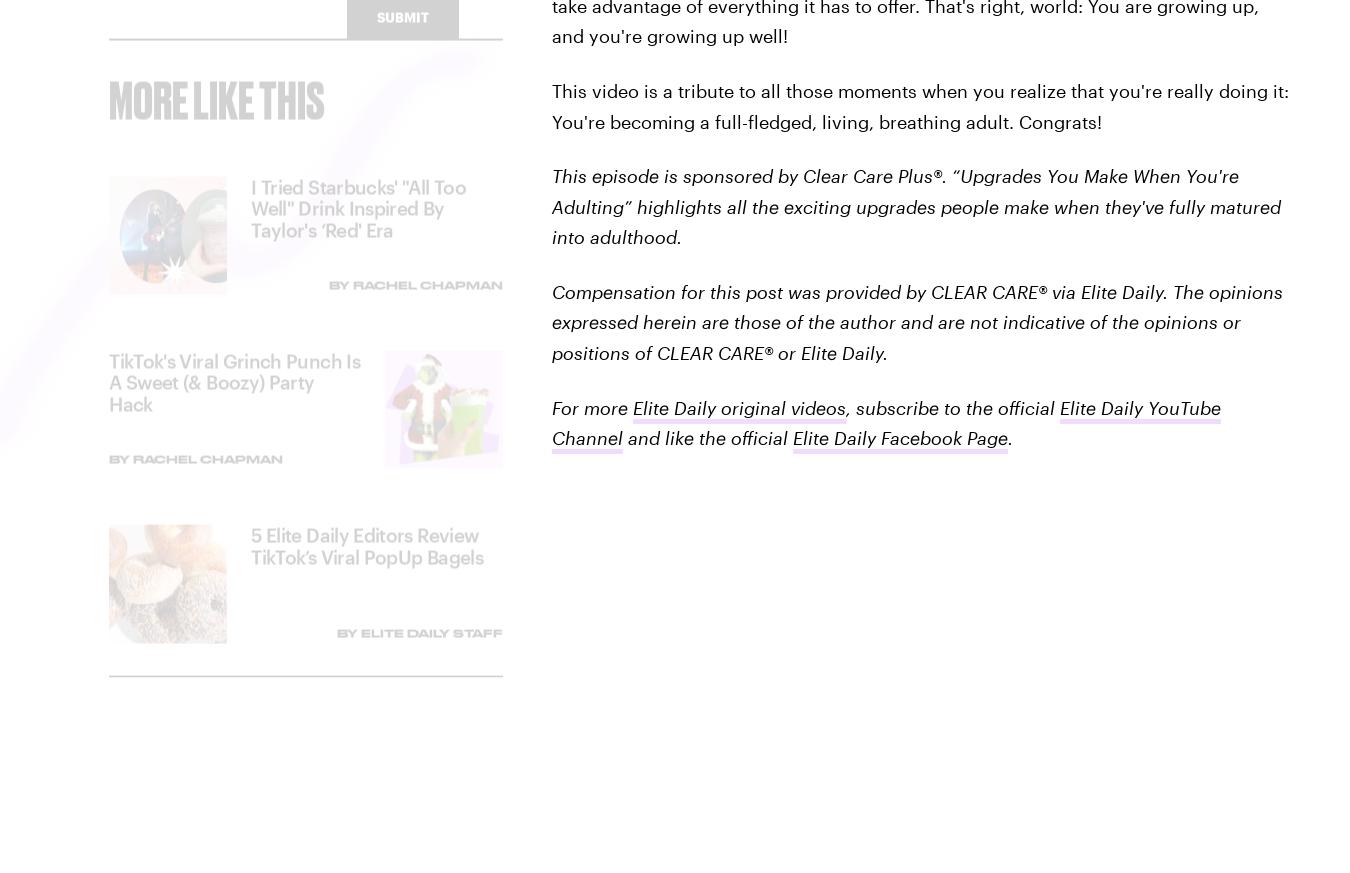 The height and width of the screenshot is (873, 1350). Describe the element at coordinates (233, 397) in the screenshot. I see `'TikTok's Viral Grinch Punch Is A Sweet (& Boozy) Party Hack'` at that location.